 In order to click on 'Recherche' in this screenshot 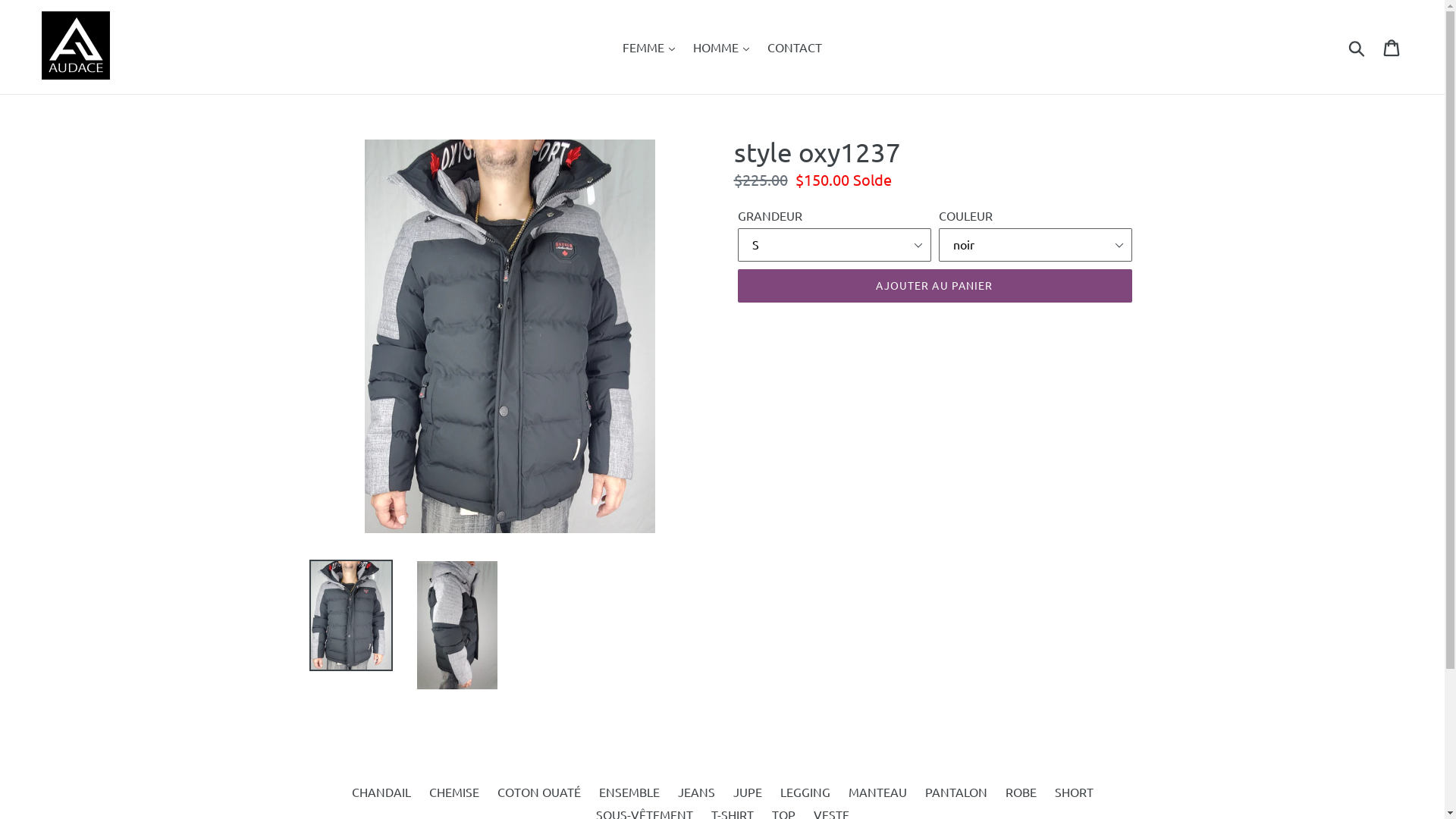, I will do `click(1339, 45)`.